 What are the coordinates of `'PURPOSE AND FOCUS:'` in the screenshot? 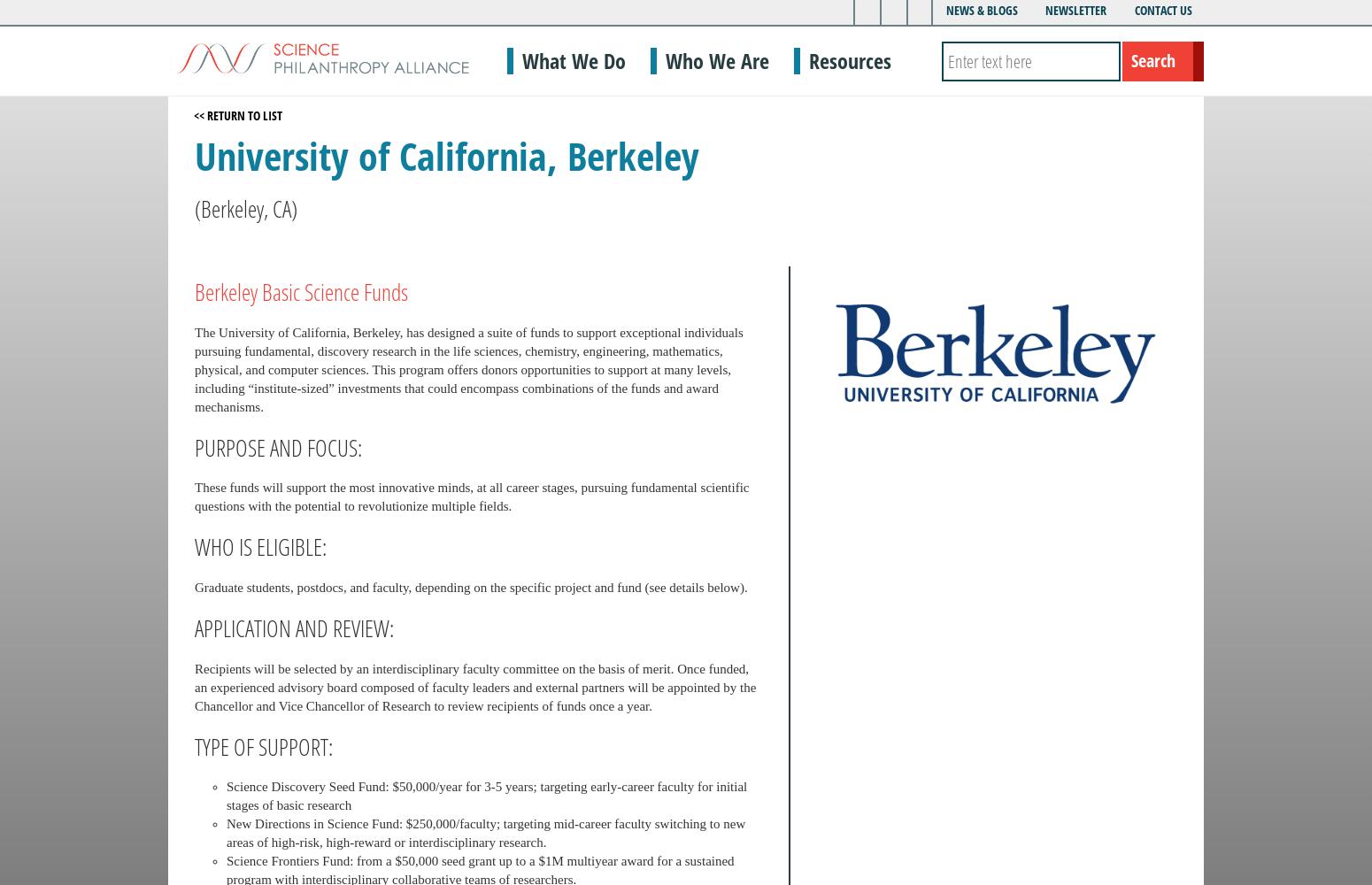 It's located at (277, 447).